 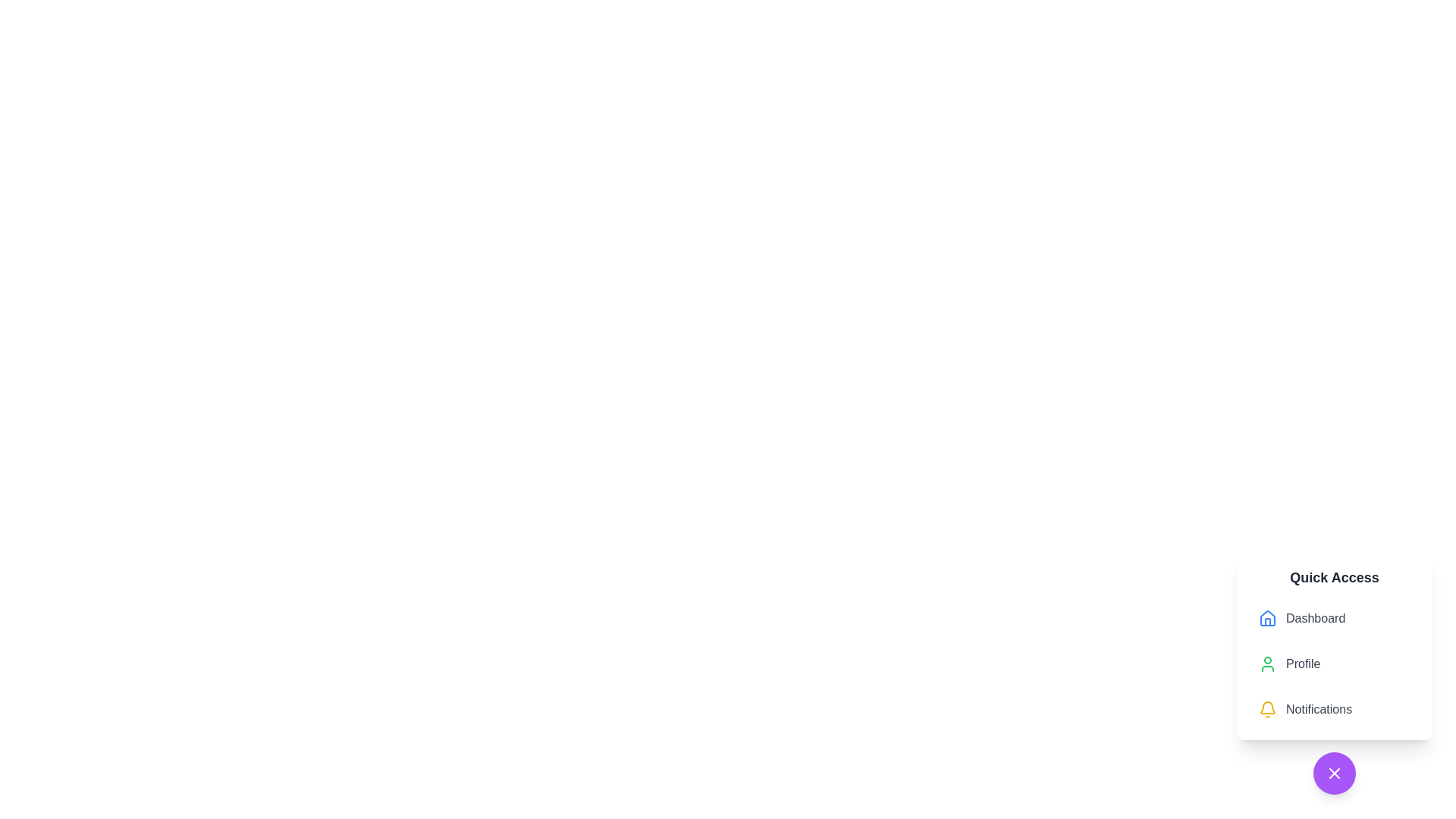 What do you see at coordinates (1335, 663) in the screenshot?
I see `the 'Profile' button, which is the second item in the 'Quick Access' section` at bounding box center [1335, 663].